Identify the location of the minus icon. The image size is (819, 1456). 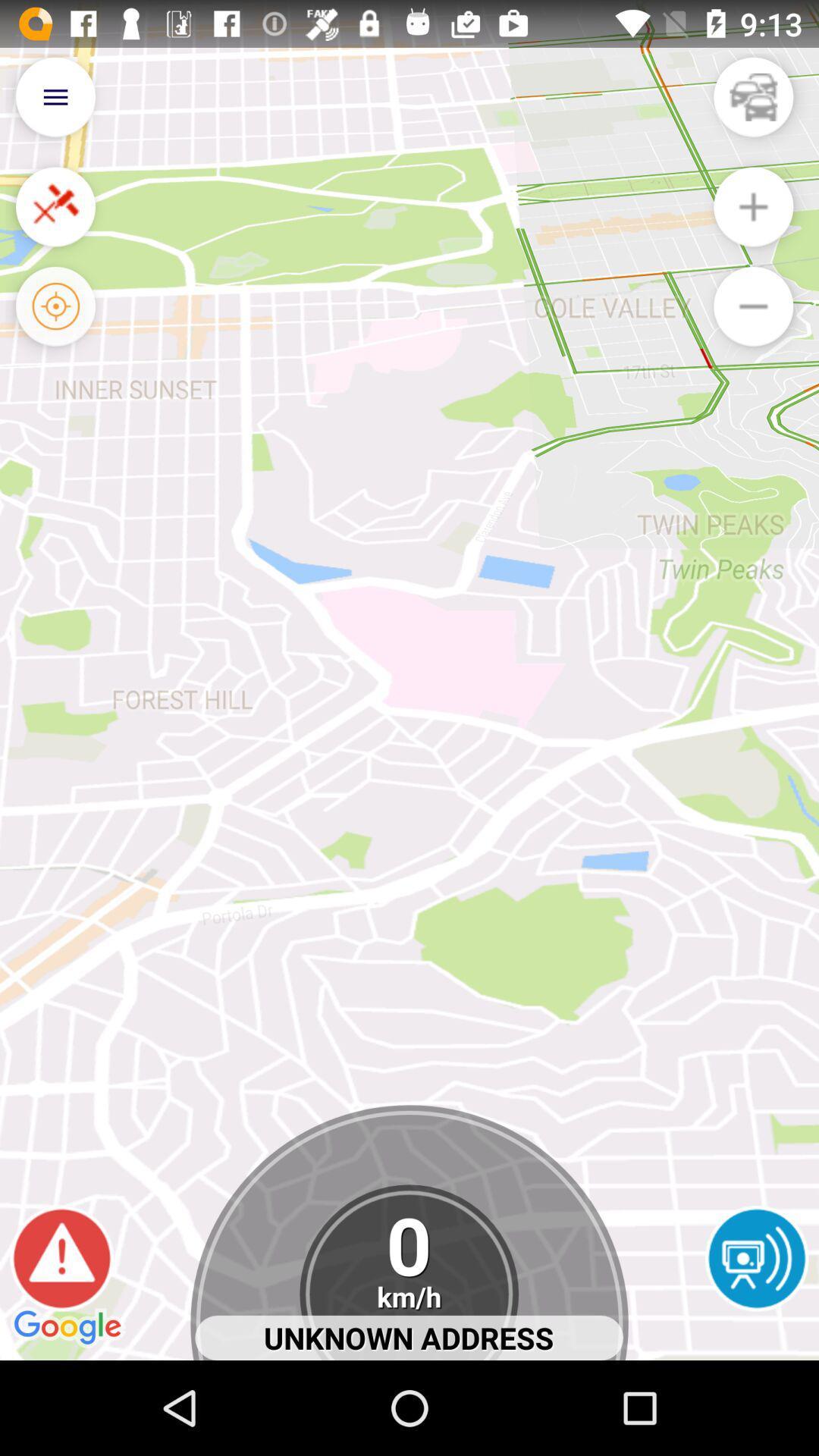
(753, 327).